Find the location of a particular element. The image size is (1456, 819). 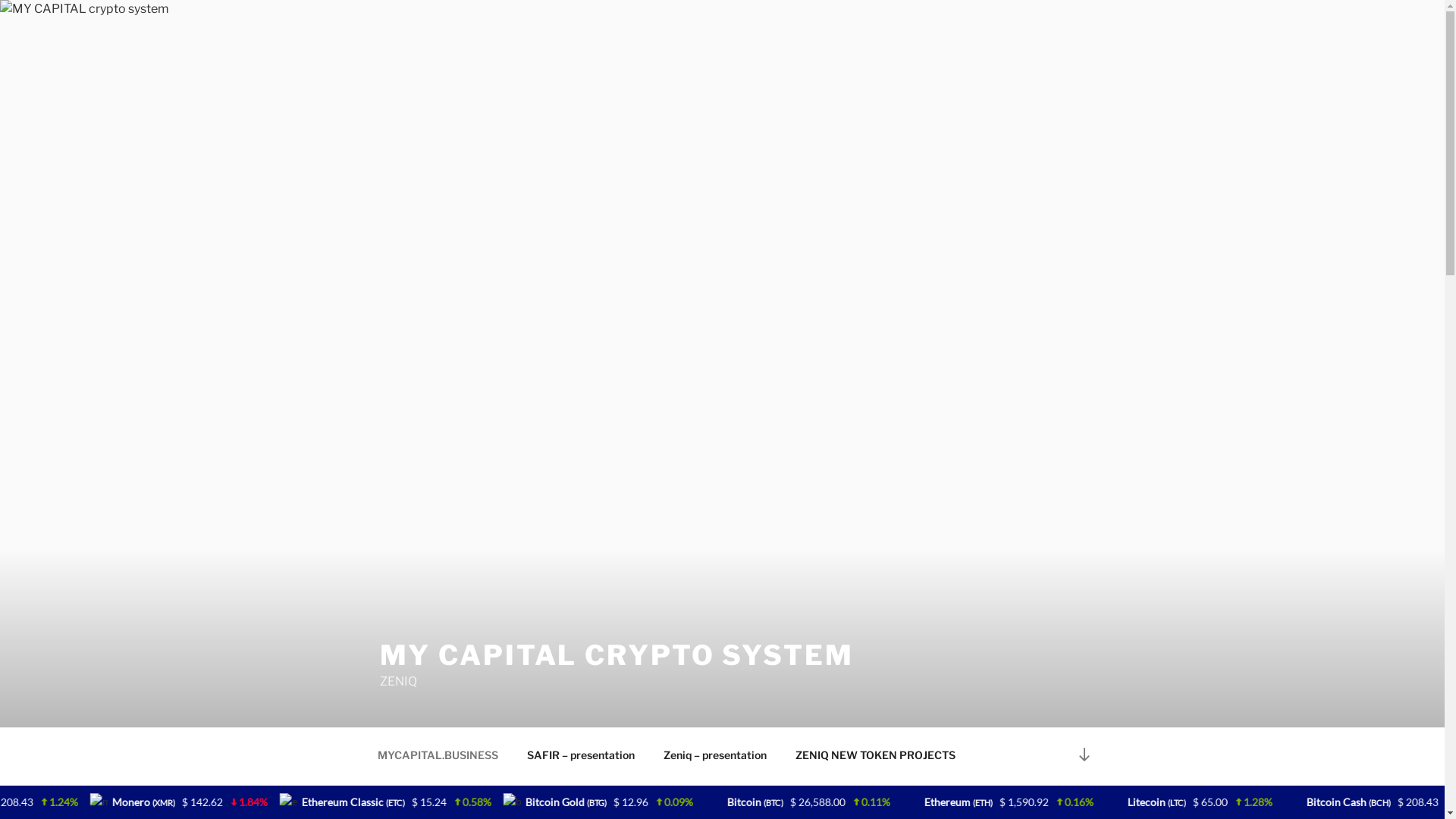

'Scroll down to content' is located at coordinates (1083, 754).